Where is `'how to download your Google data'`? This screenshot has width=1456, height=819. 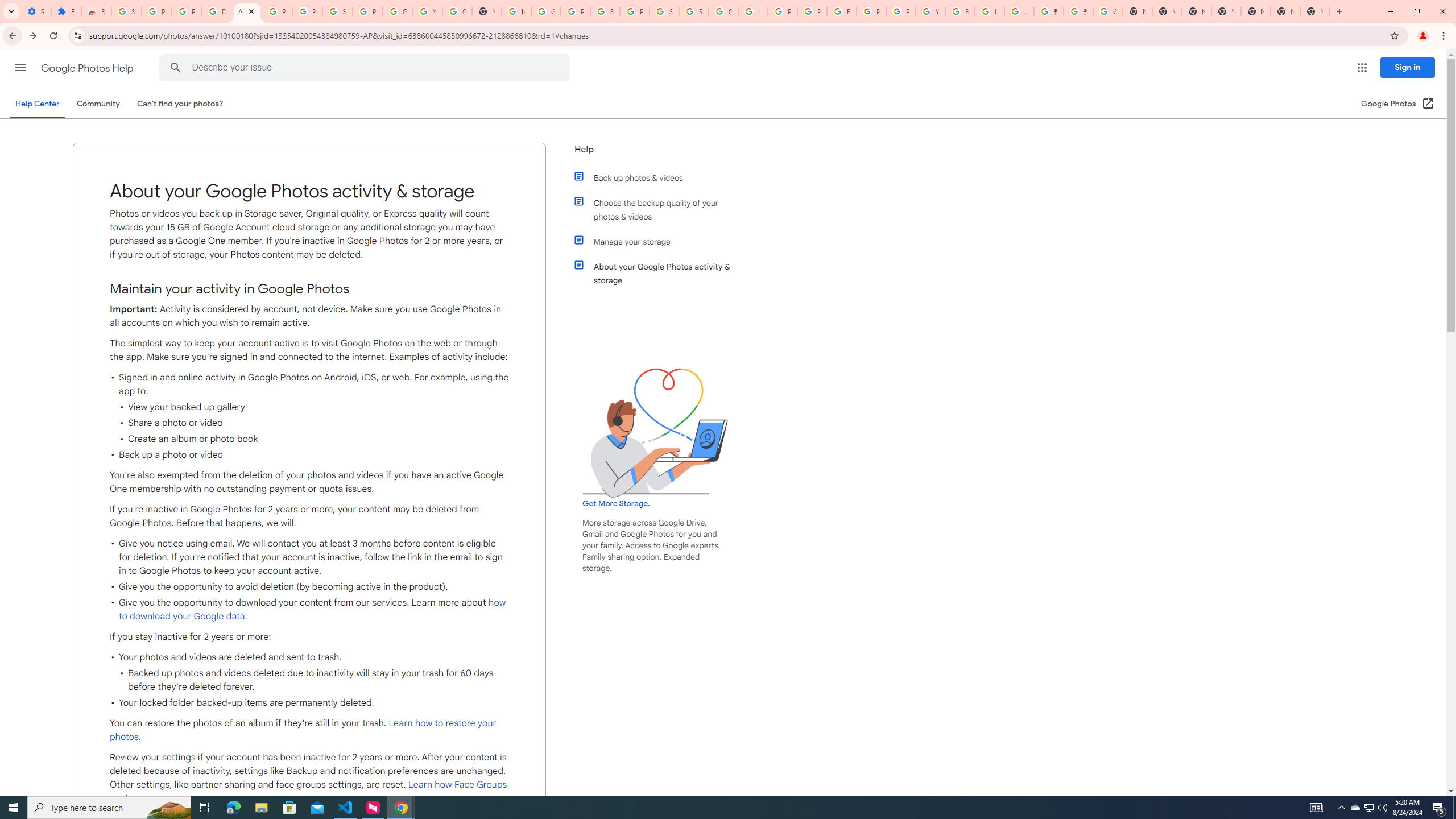
'how to download your Google data' is located at coordinates (313, 610).